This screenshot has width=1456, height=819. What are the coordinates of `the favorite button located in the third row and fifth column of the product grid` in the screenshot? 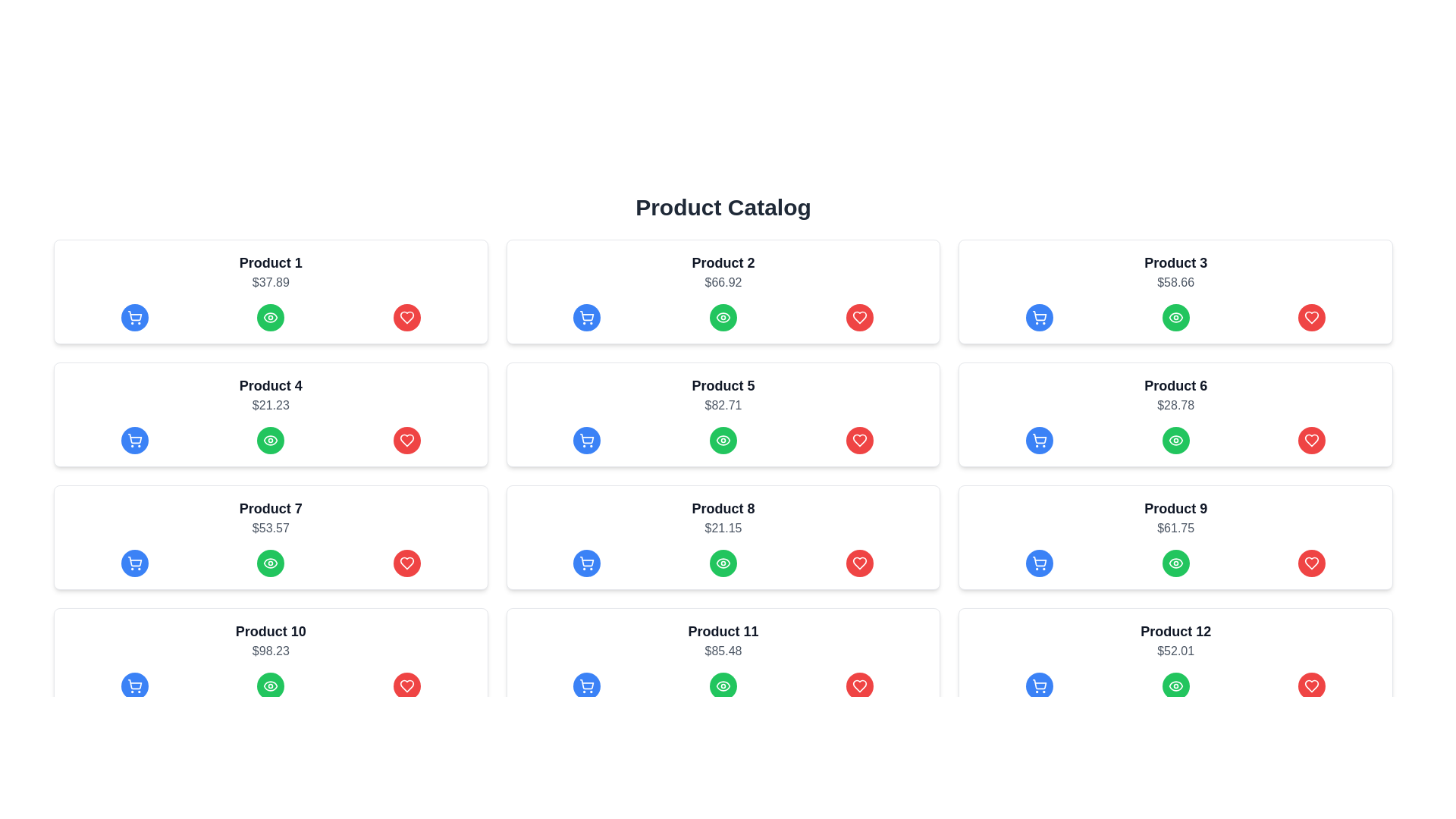 It's located at (859, 441).